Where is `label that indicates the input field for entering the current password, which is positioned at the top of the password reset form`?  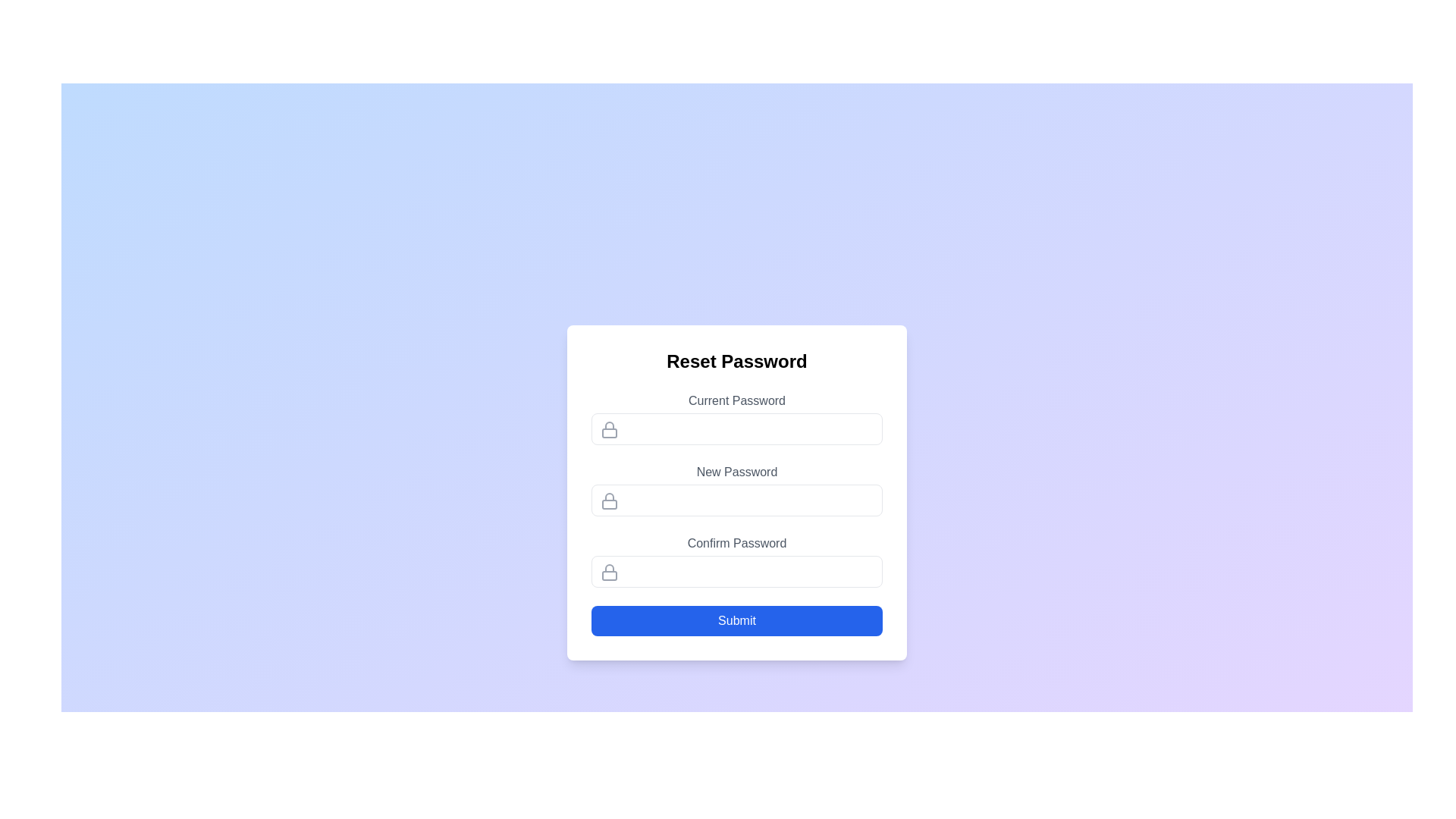
label that indicates the input field for entering the current password, which is positioned at the top of the password reset form is located at coordinates (736, 400).